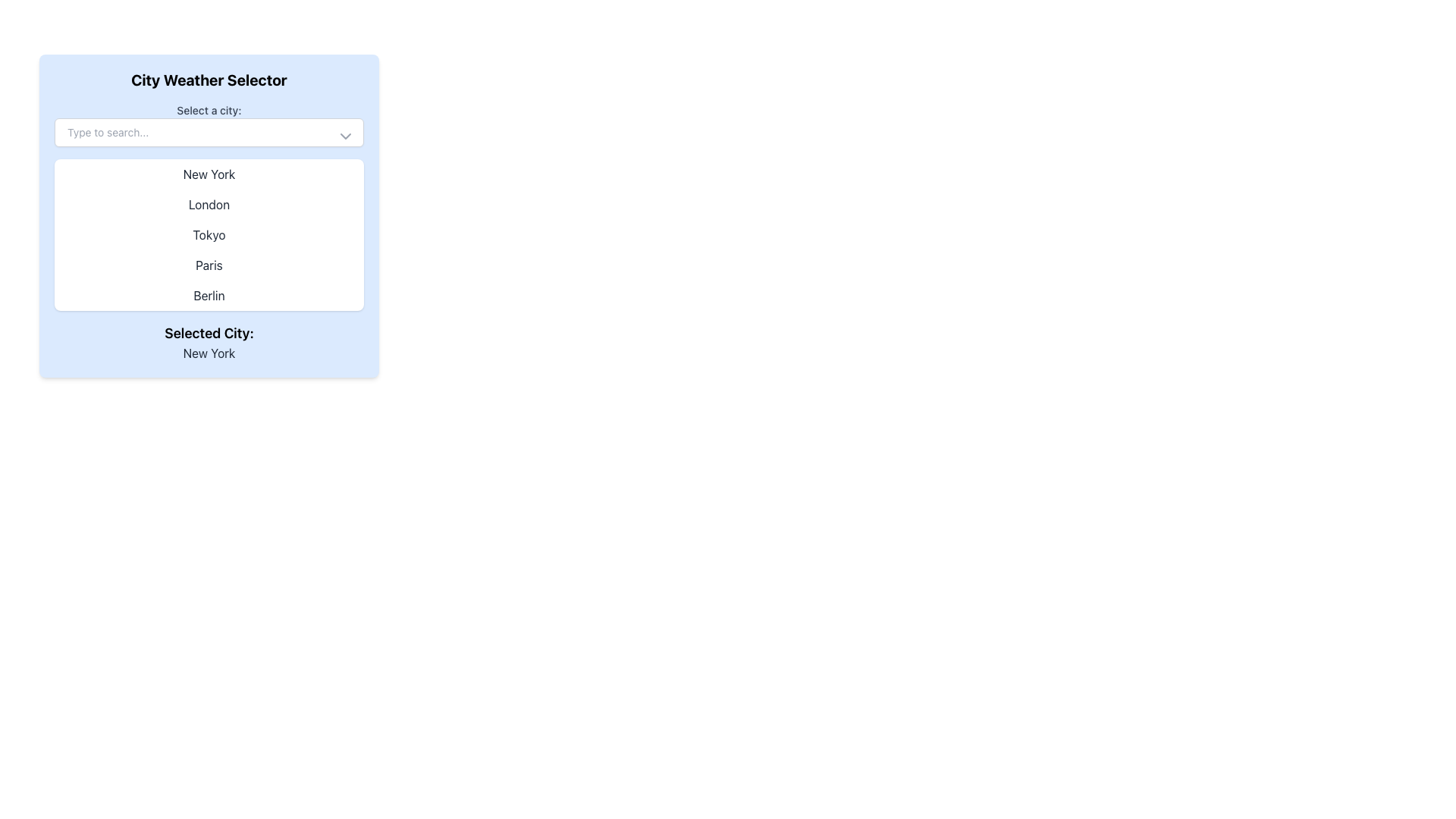  What do you see at coordinates (208, 124) in the screenshot?
I see `the chevron icon on the dropdown menu labeled 'Select a city:'` at bounding box center [208, 124].